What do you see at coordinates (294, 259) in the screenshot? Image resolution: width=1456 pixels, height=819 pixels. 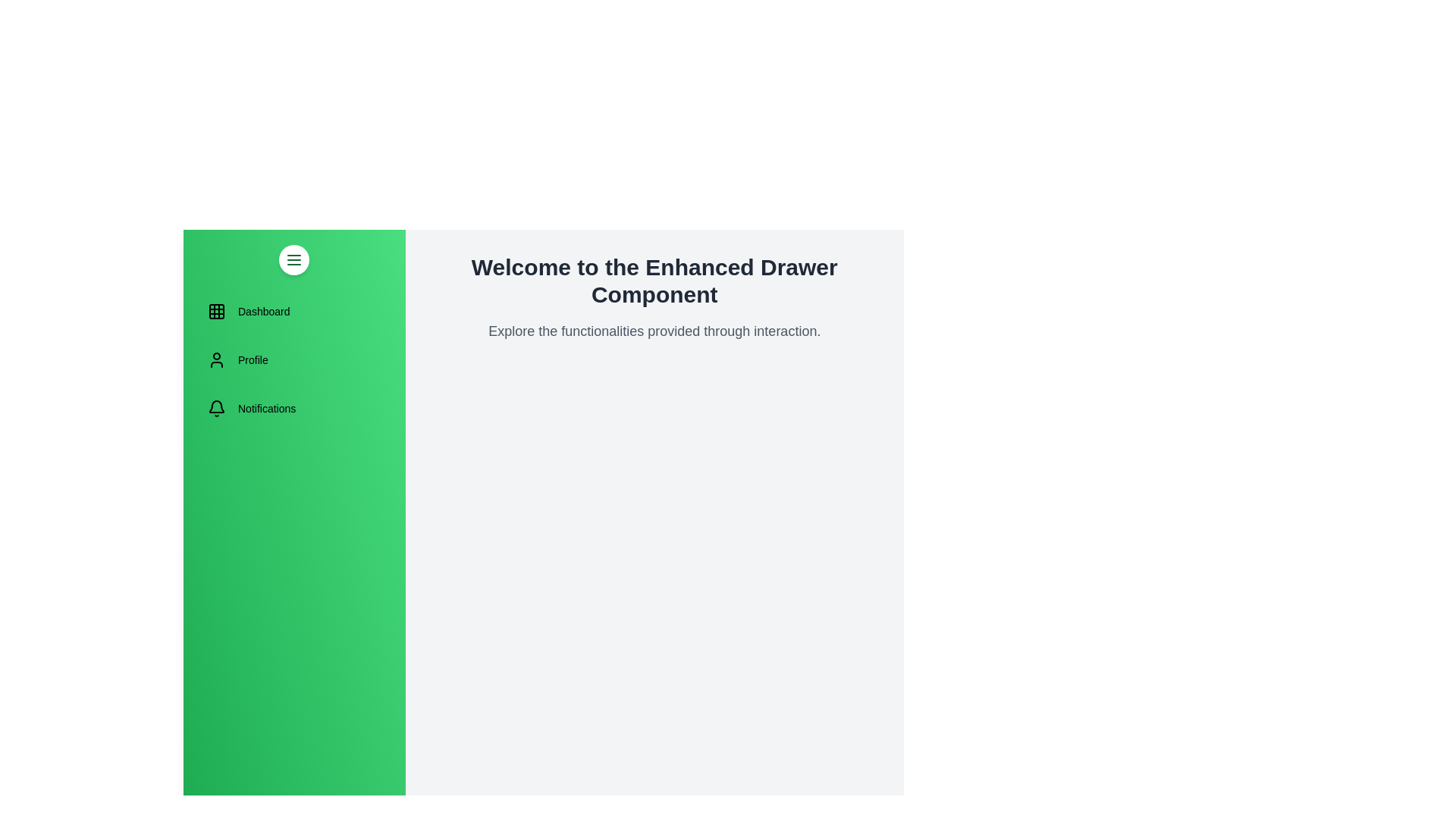 I see `the menu button to toggle the drawer` at bounding box center [294, 259].